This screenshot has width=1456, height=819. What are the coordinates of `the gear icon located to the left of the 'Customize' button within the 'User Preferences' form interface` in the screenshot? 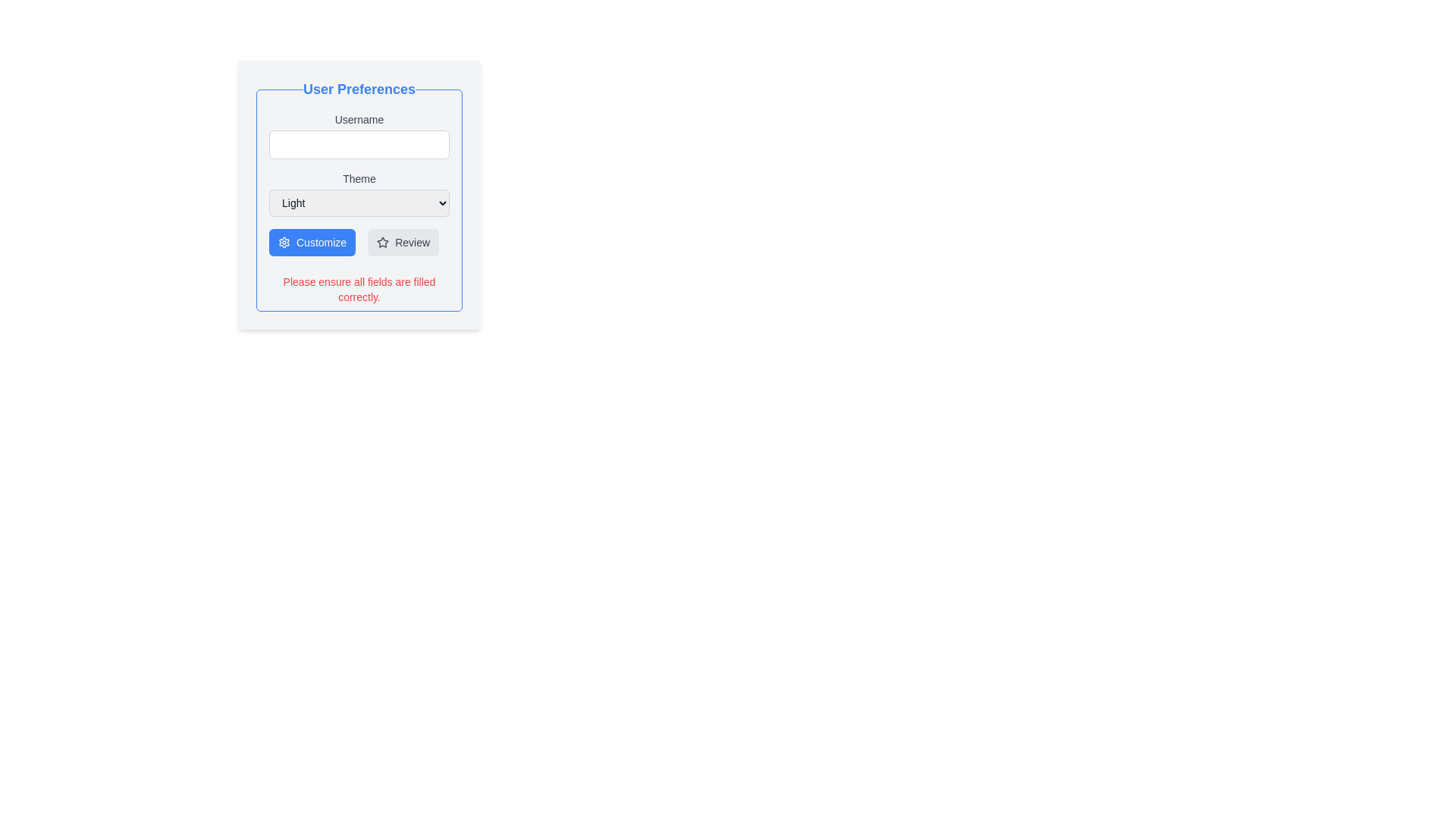 It's located at (284, 242).